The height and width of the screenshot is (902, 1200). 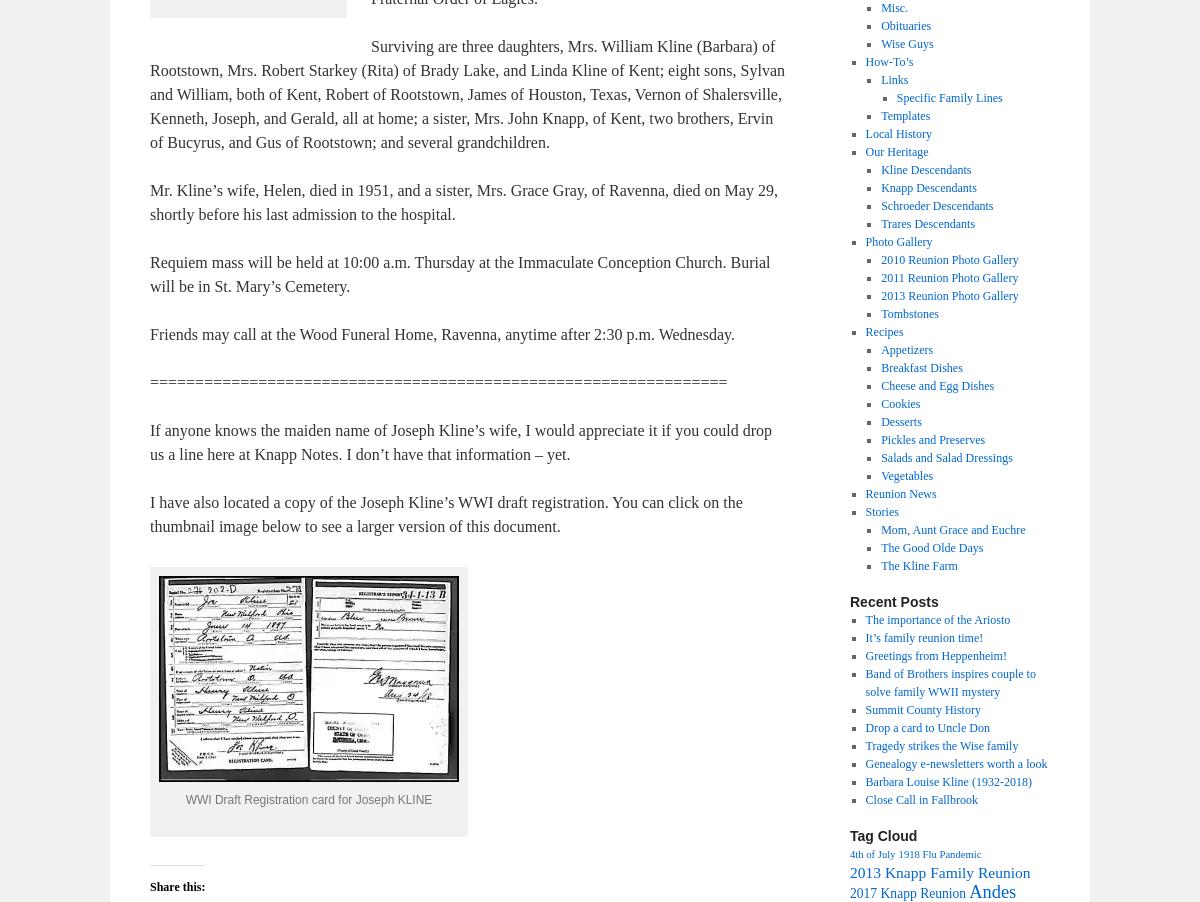 I want to click on '2010 Reunion Photo Gallery', so click(x=949, y=259).